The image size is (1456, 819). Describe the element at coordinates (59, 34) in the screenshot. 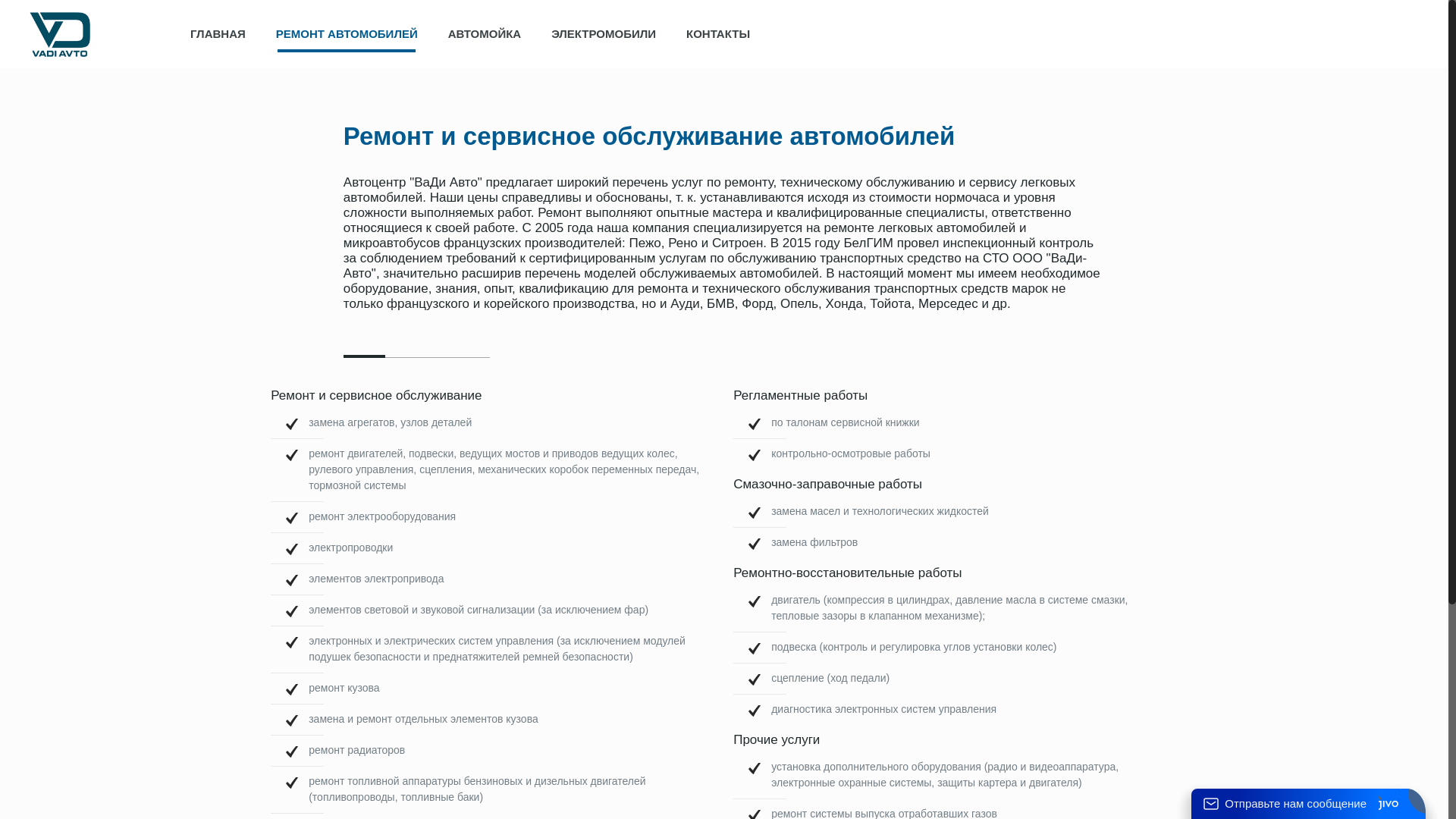

I see `'VADI-AVTO'` at that location.